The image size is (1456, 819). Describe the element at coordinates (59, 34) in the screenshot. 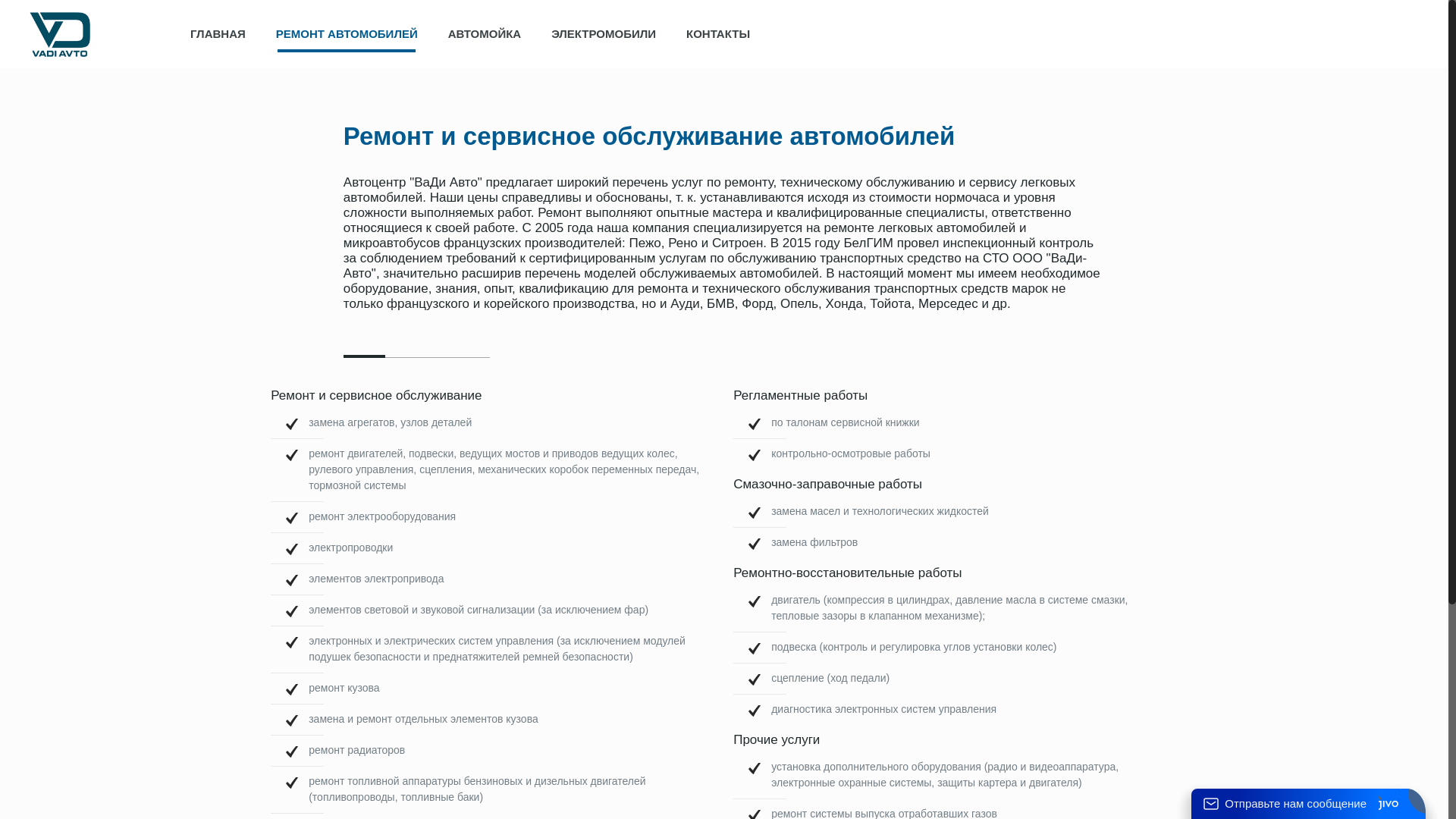

I see `'VADI-AVTO'` at that location.